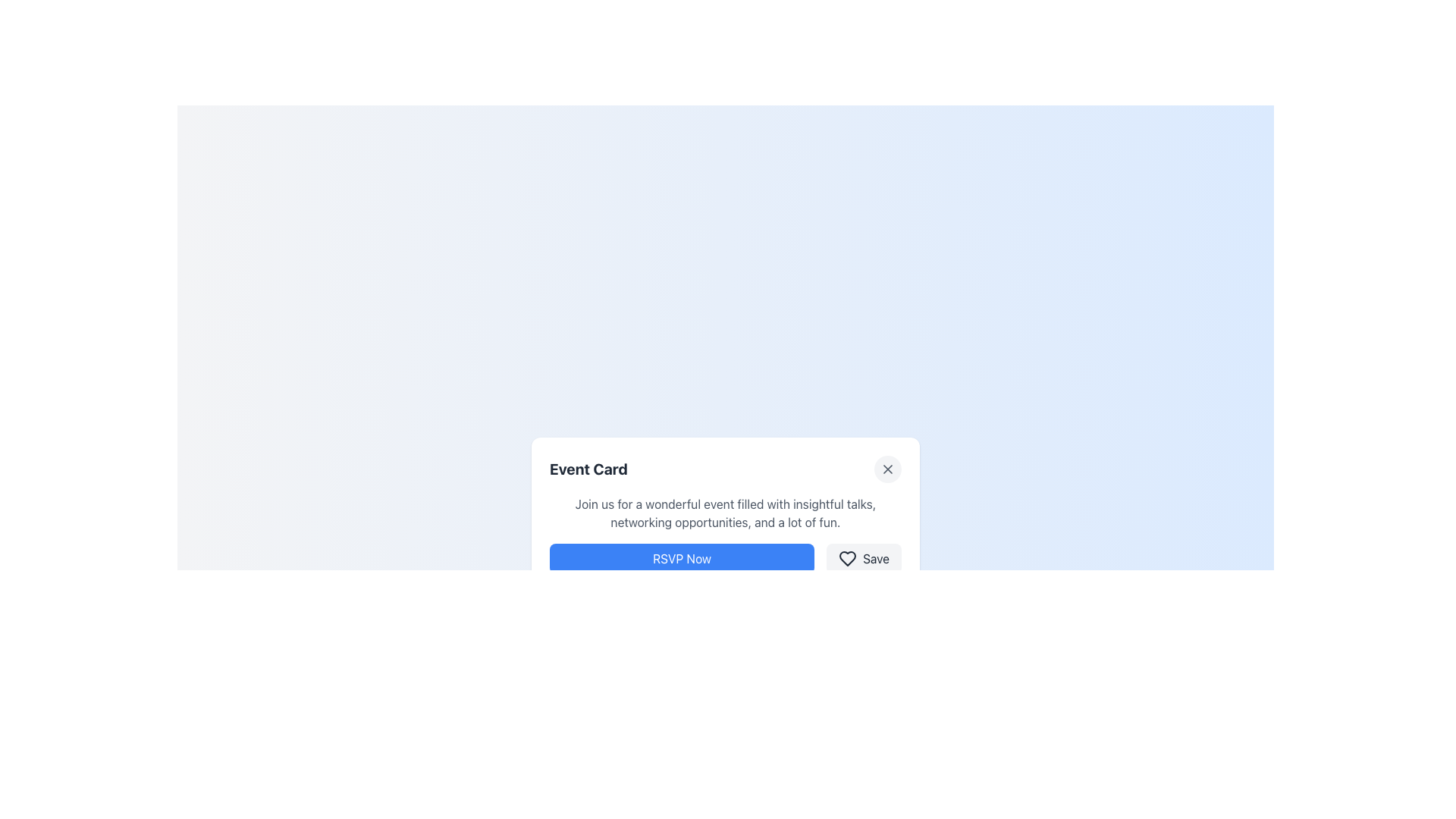  What do you see at coordinates (888, 468) in the screenshot?
I see `the cross icon located in the top-right corner of the card component` at bounding box center [888, 468].